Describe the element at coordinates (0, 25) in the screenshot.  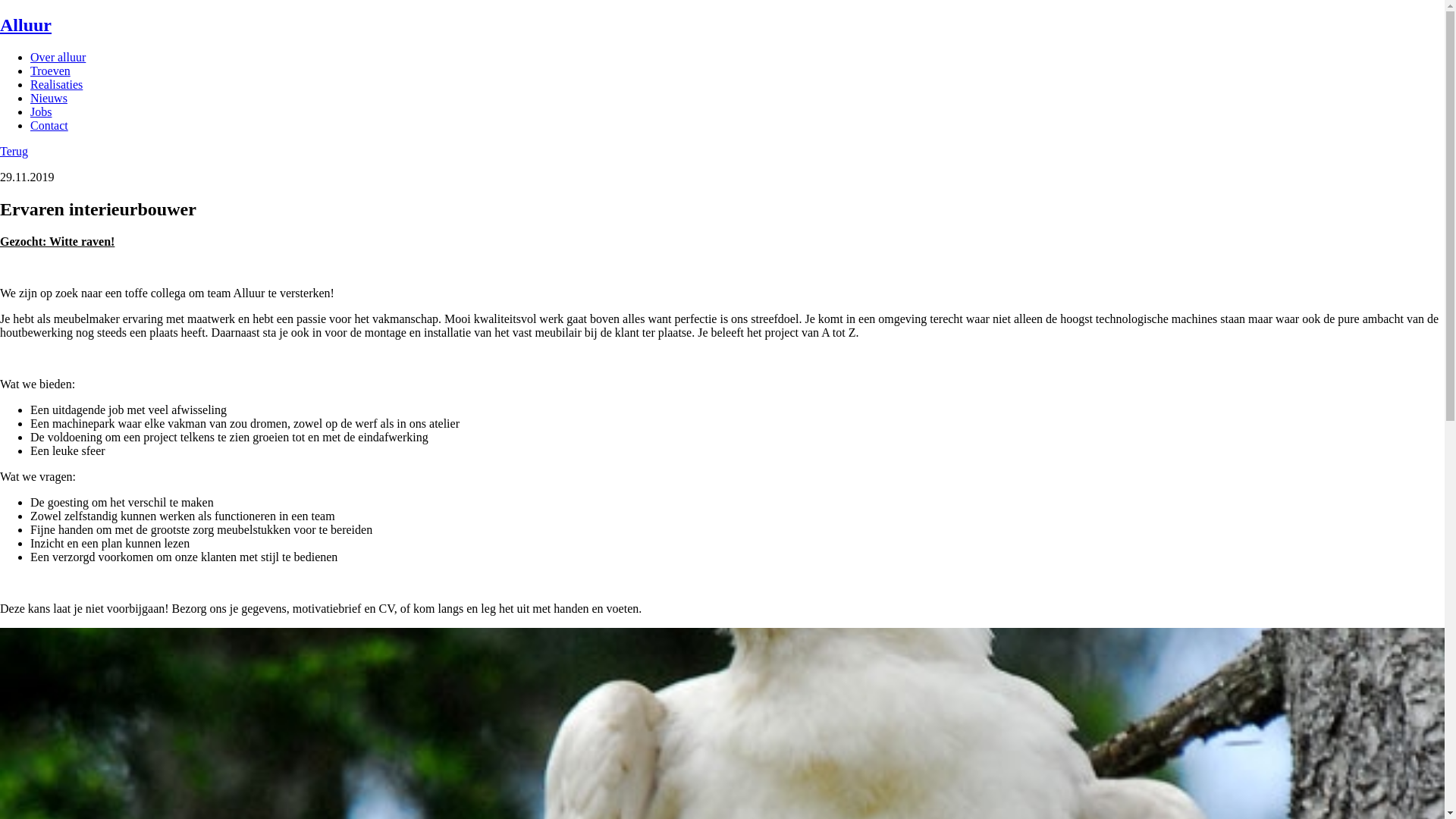
I see `'Alluur'` at that location.